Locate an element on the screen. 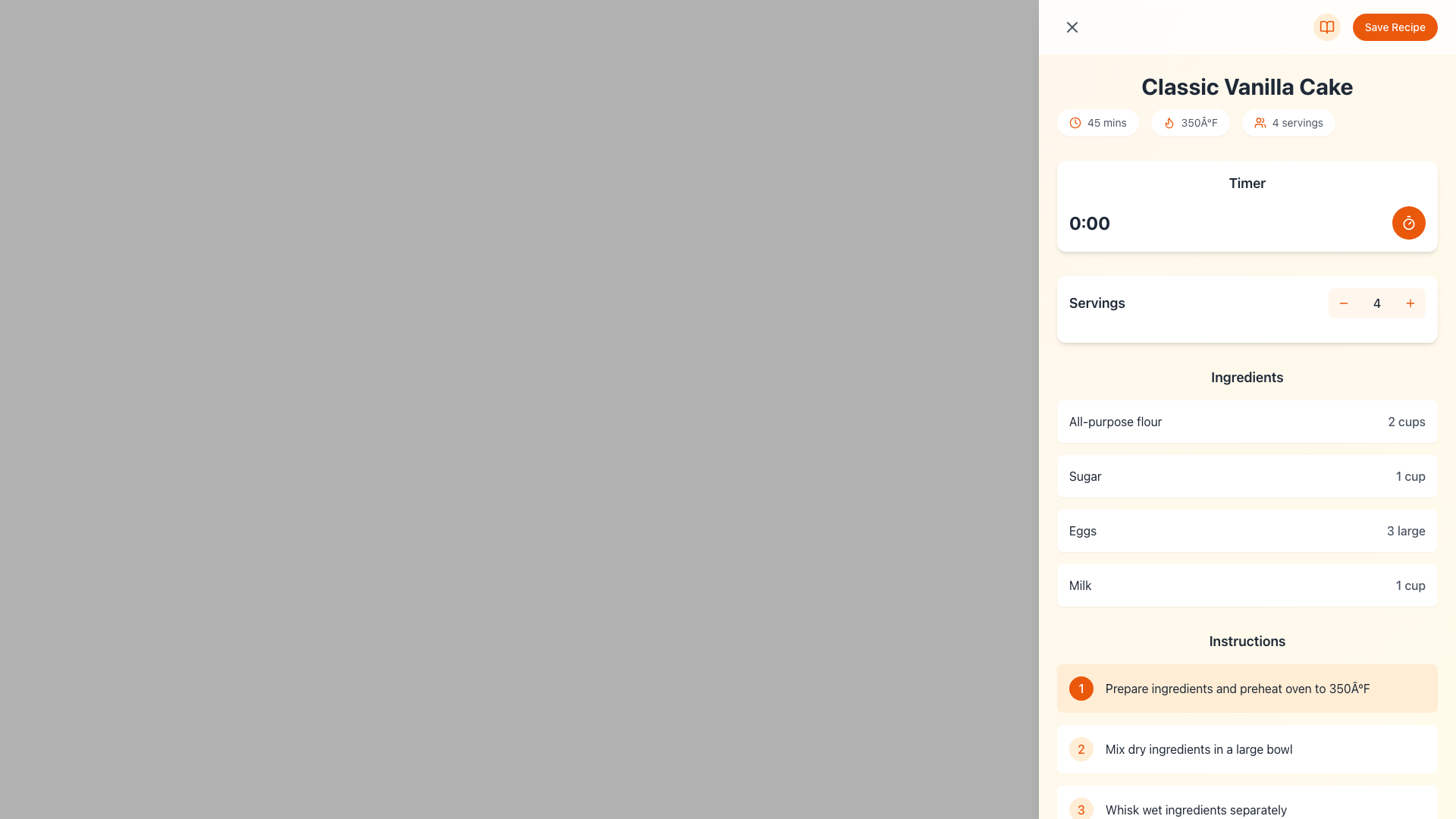 This screenshot has width=1456, height=819. the Text Display that shows '1 cup' in gray color, located to the right of the ingredient label 'Milk' is located at coordinates (1410, 584).